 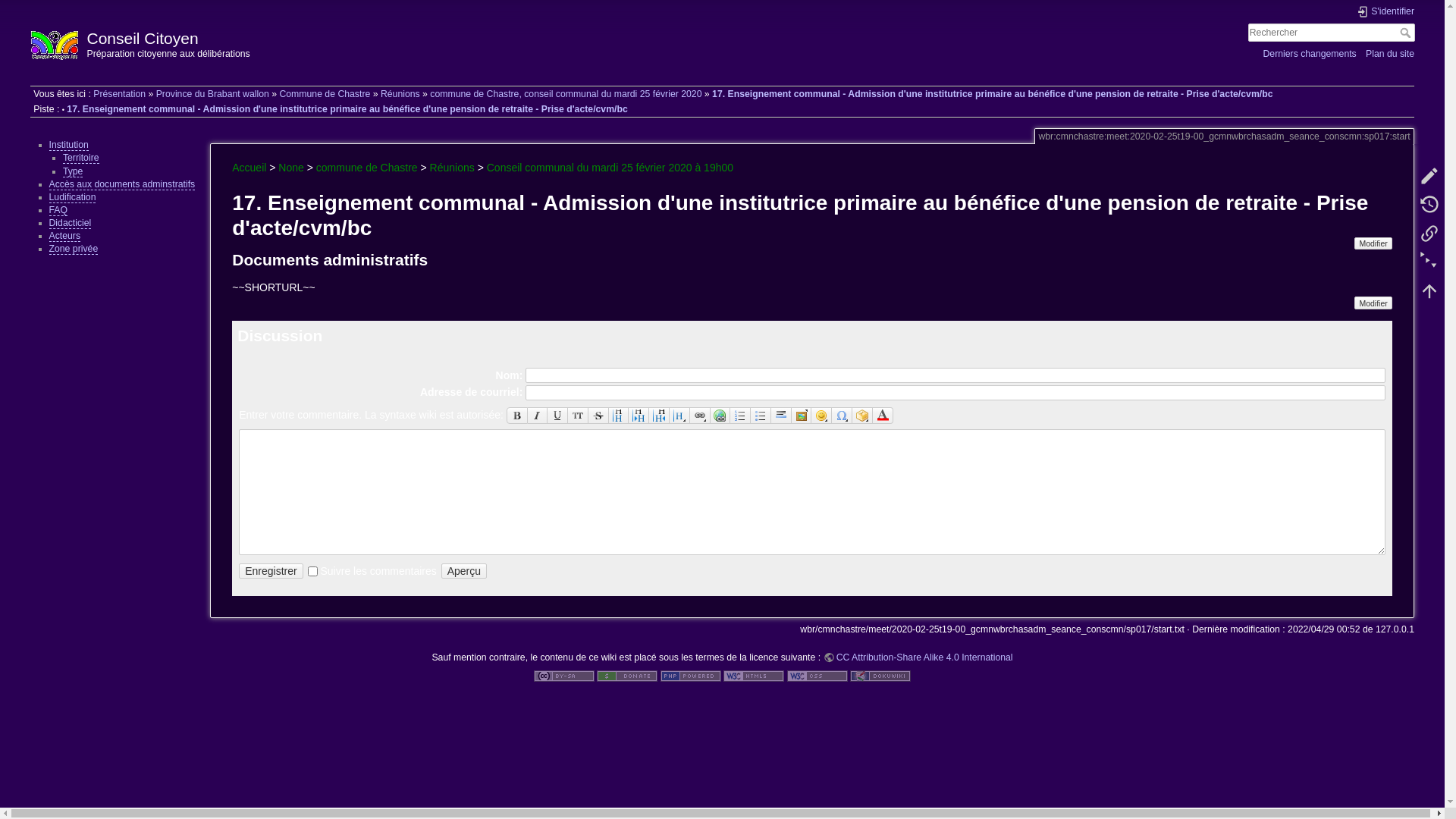 What do you see at coordinates (880, 674) in the screenshot?
I see `'Driven by DokuWiki'` at bounding box center [880, 674].